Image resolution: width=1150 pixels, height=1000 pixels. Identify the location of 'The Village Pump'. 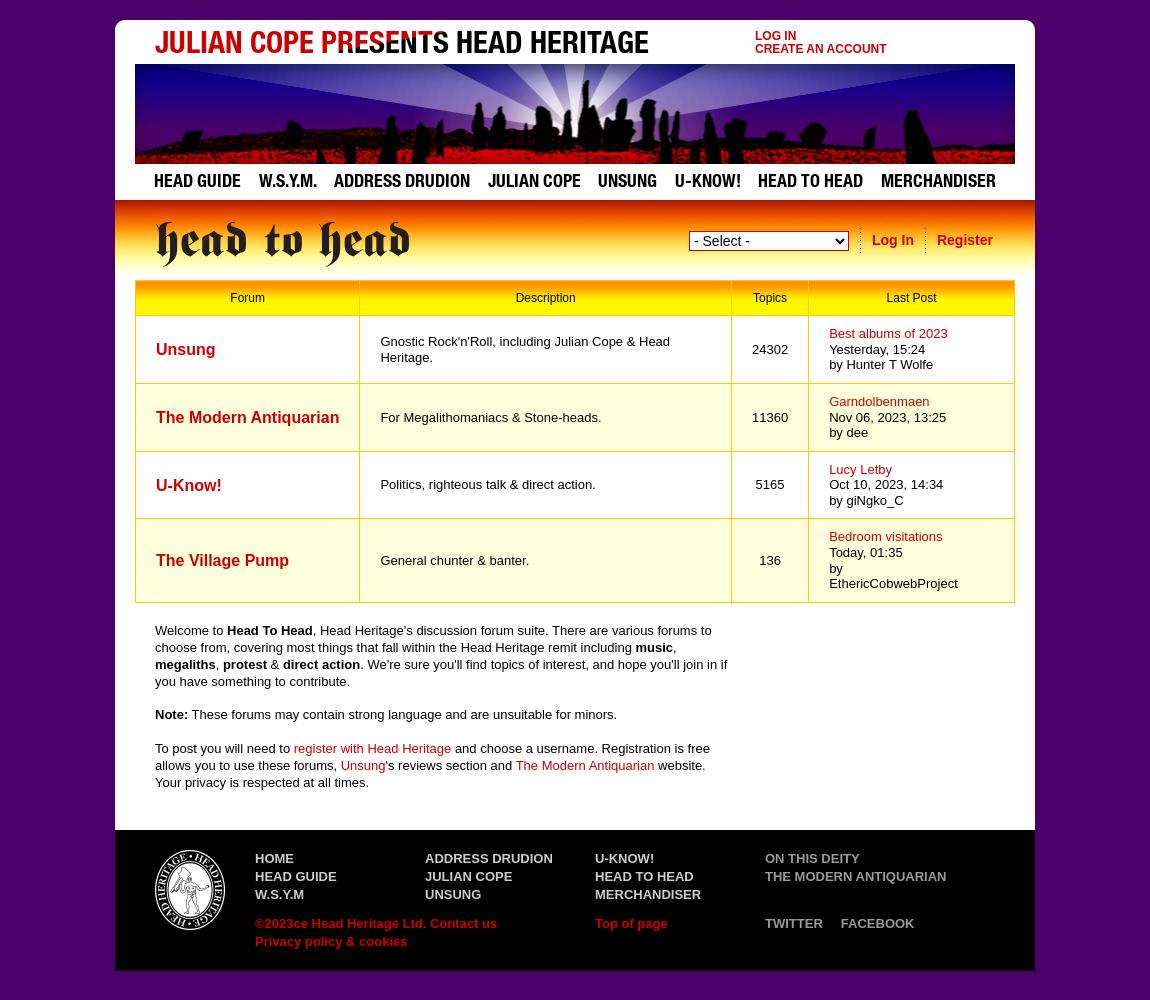
(221, 560).